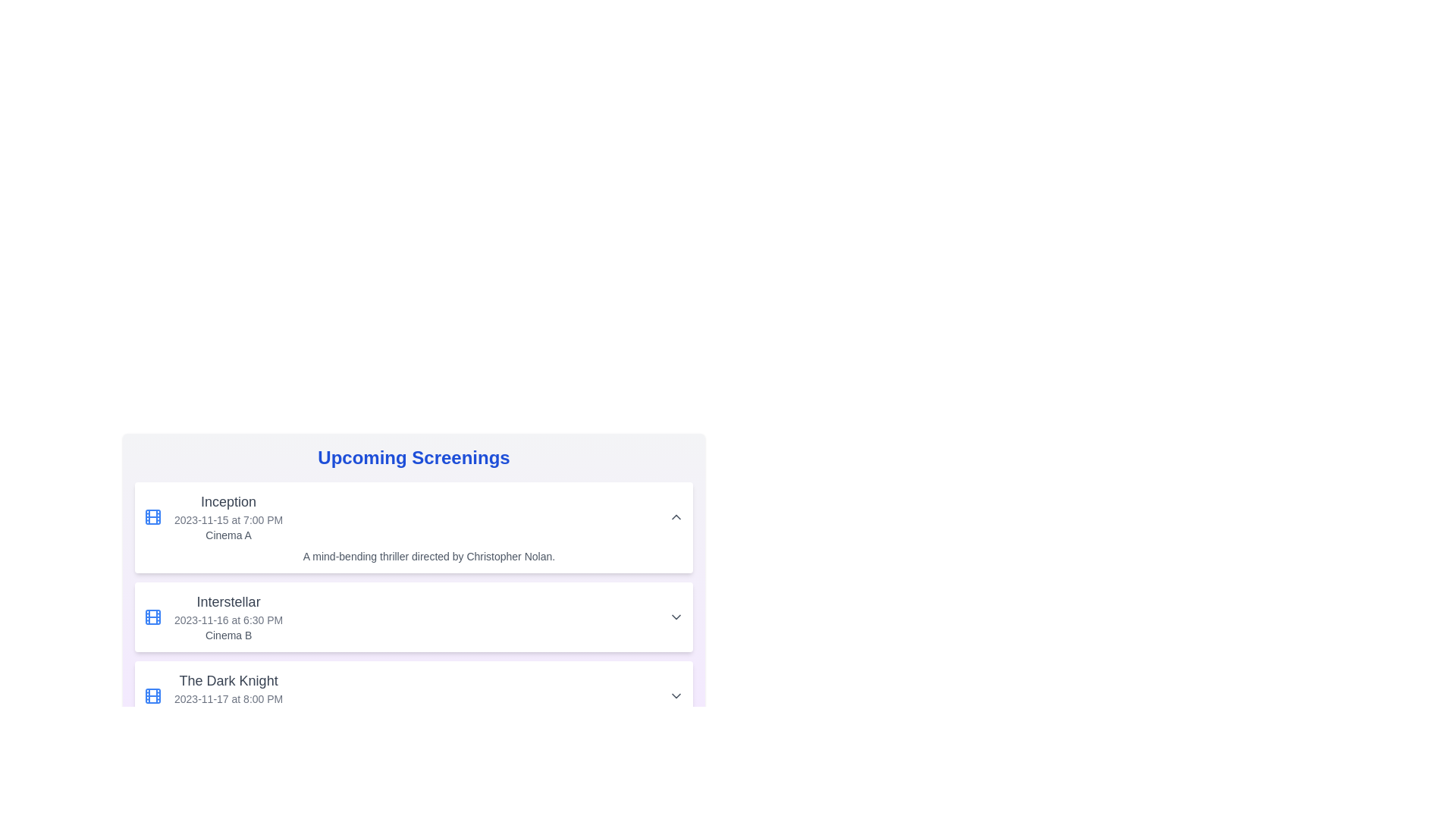 The image size is (1456, 819). I want to click on the second entry, so click(414, 617).